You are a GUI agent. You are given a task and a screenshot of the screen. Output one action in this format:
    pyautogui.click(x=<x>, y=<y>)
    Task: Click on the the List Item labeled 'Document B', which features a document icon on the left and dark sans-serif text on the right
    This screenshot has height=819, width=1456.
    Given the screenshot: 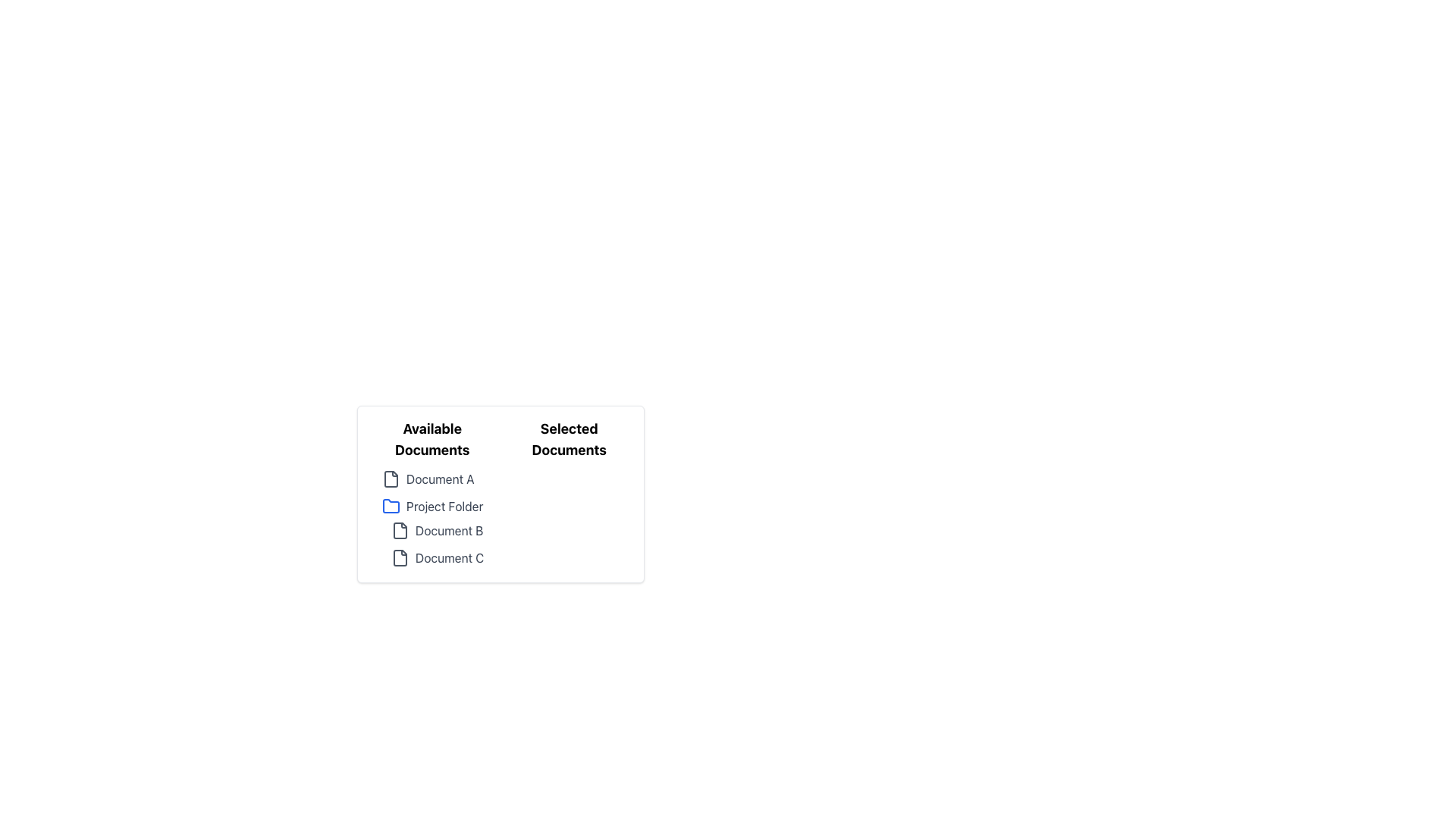 What is the action you would take?
    pyautogui.click(x=436, y=529)
    